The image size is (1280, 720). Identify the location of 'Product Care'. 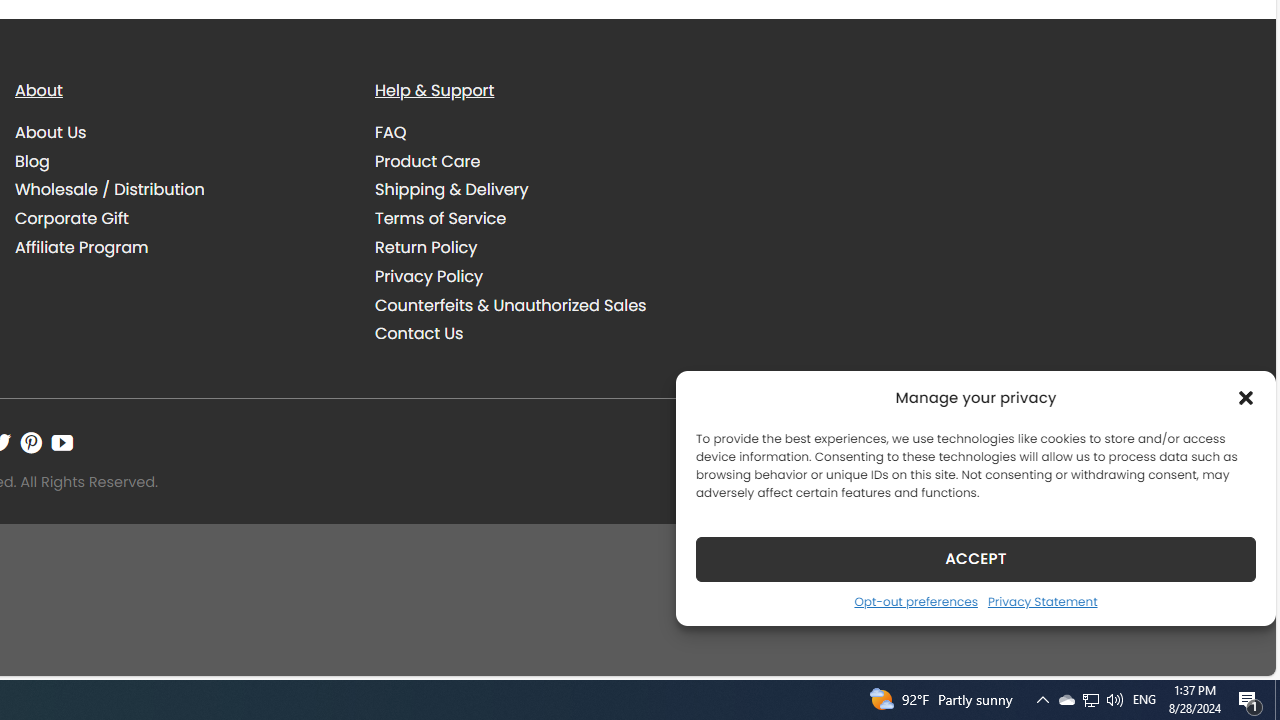
(427, 159).